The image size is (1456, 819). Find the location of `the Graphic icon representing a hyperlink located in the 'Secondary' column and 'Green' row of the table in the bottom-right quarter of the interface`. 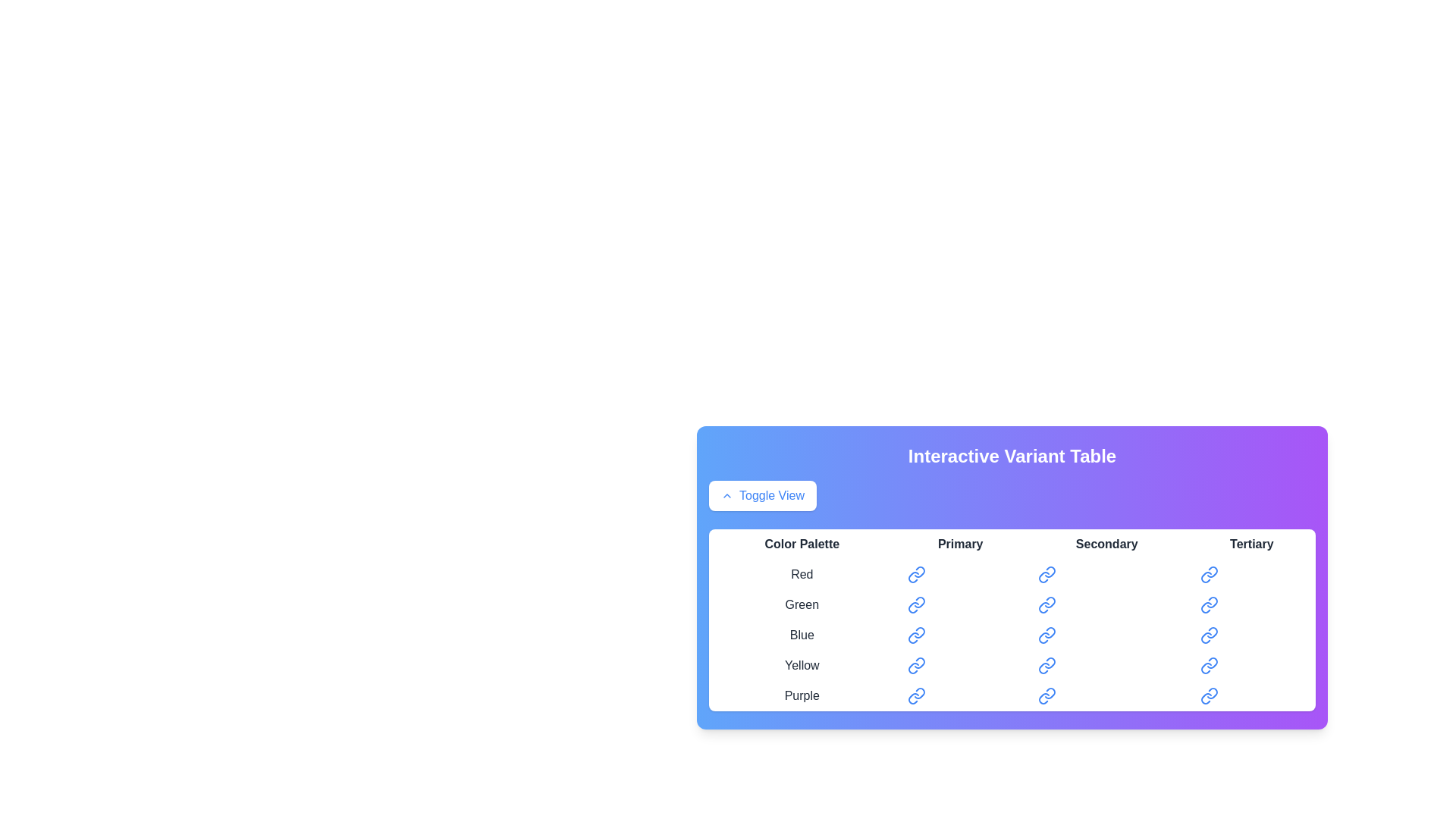

the Graphic icon representing a hyperlink located in the 'Secondary' column and 'Green' row of the table in the bottom-right quarter of the interface is located at coordinates (1049, 601).